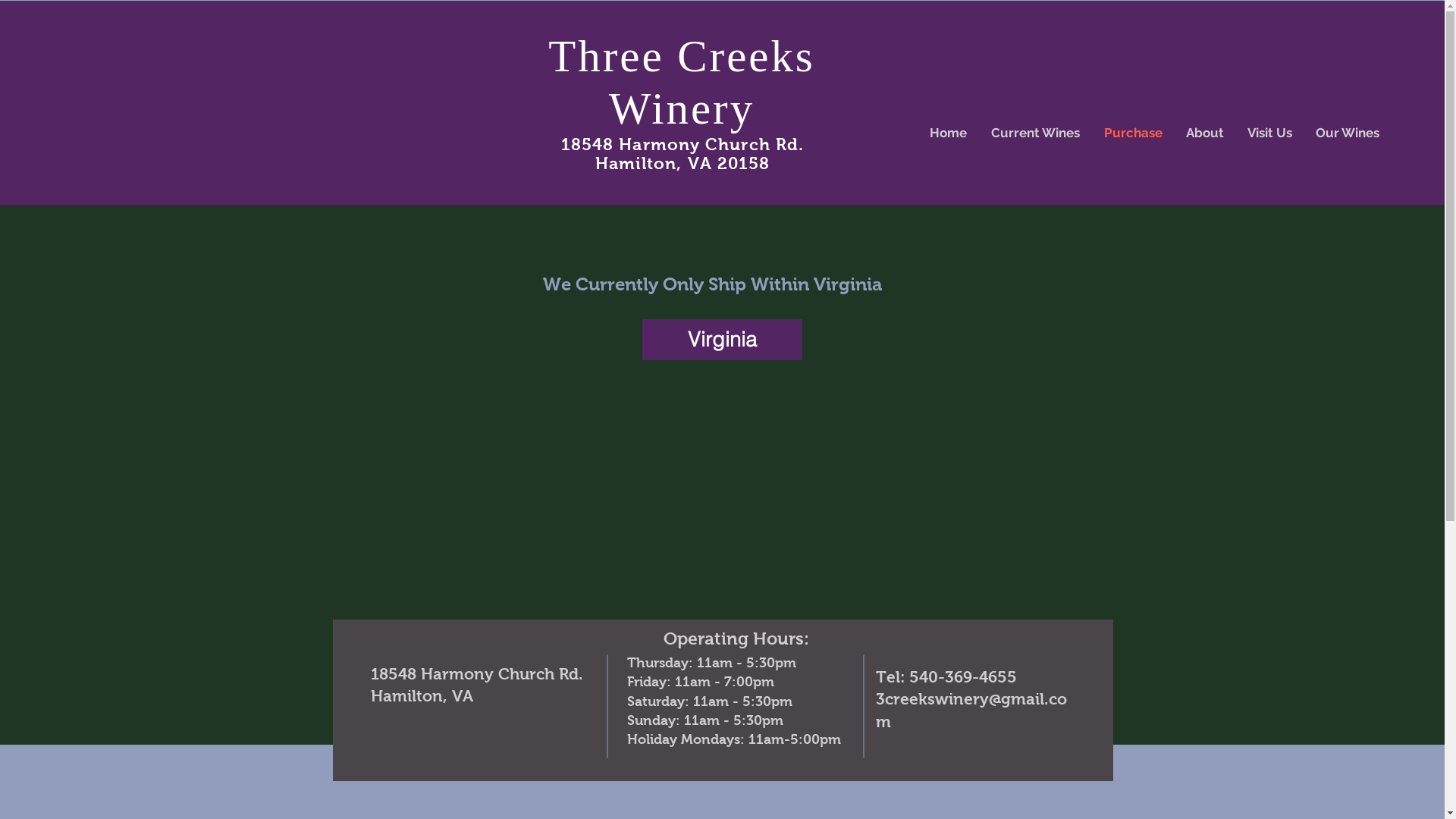  I want to click on '18548 Harmony Church Rd. Hamilton, VA 20158', so click(682, 154).